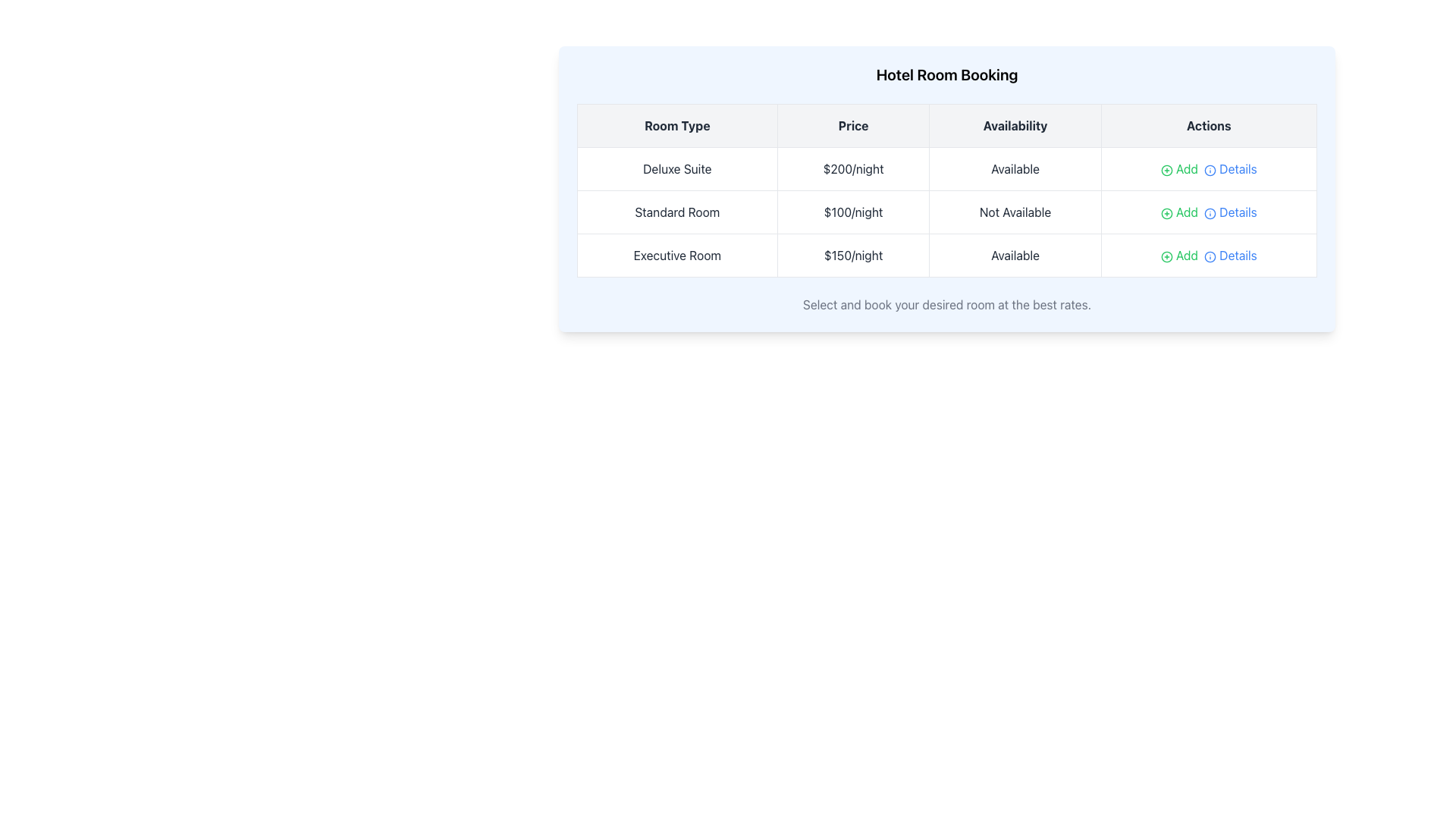 The height and width of the screenshot is (819, 1456). Describe the element at coordinates (946, 304) in the screenshot. I see `instructional text located at the bottom of the booking section, directly beneath the table listing room types, prices, availability, and actions` at that location.